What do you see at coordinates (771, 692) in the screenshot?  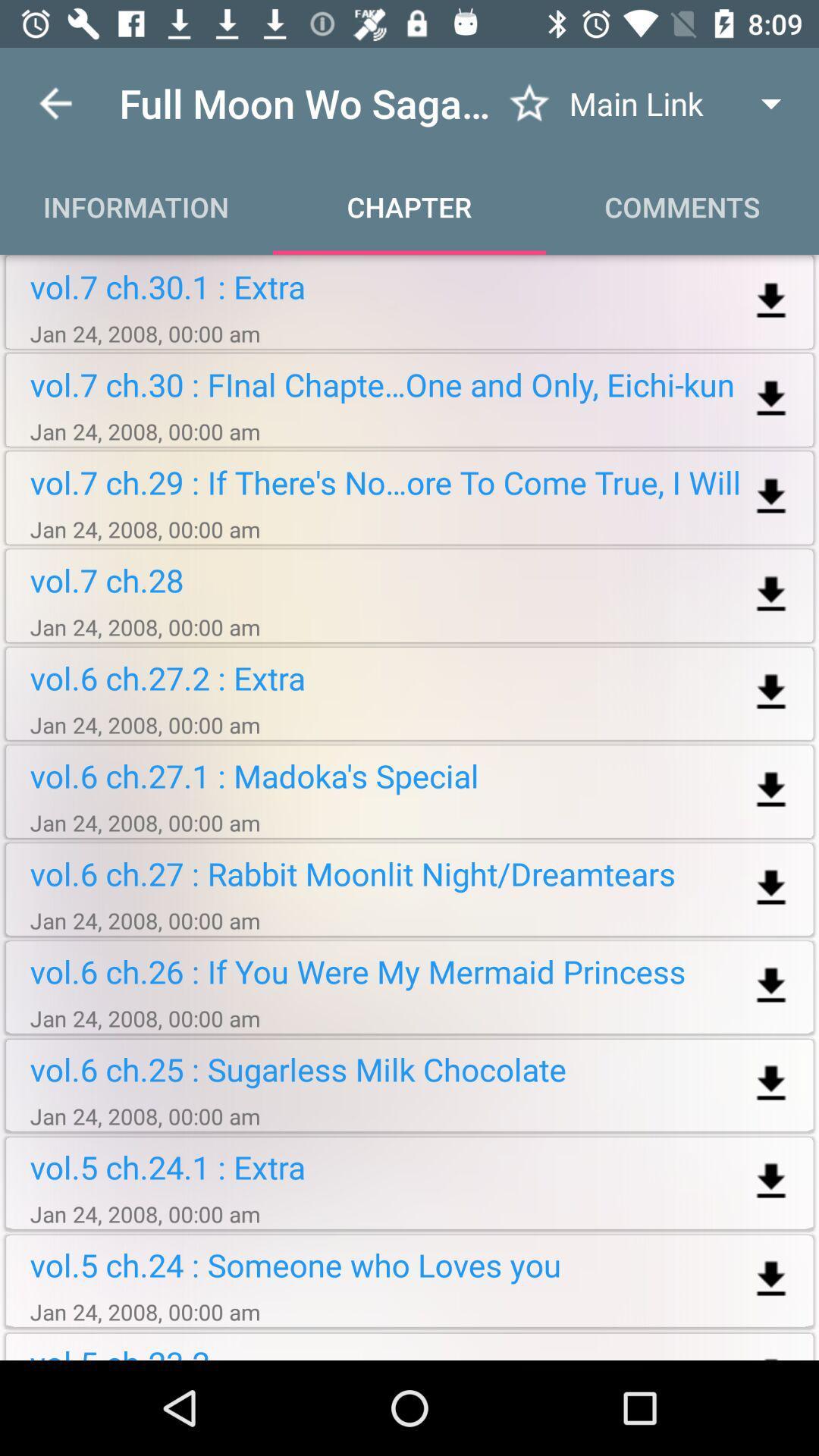 I see `baixar musica` at bounding box center [771, 692].